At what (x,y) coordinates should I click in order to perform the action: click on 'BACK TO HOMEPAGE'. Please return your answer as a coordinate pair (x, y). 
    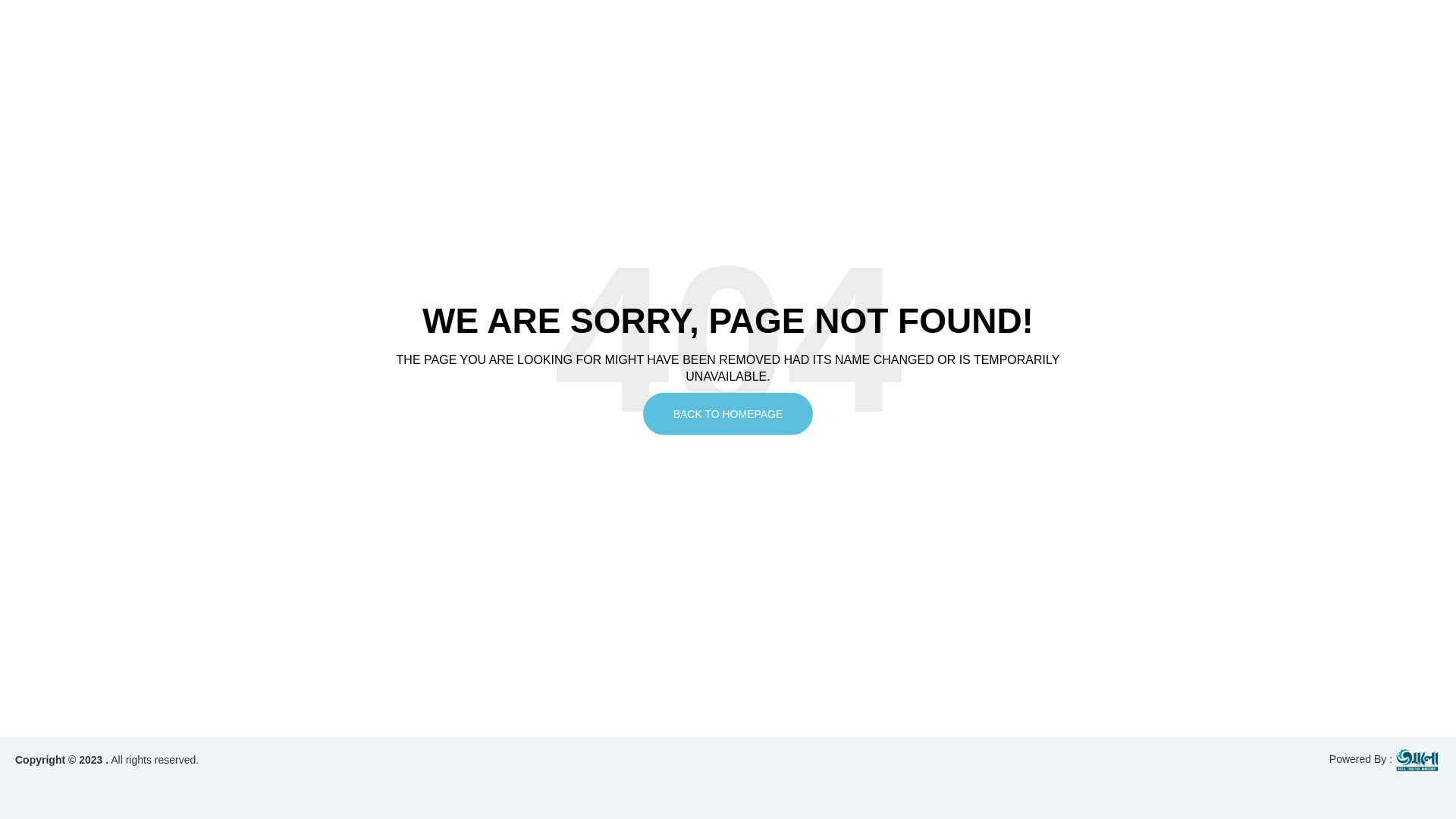
    Looking at the image, I should click on (728, 414).